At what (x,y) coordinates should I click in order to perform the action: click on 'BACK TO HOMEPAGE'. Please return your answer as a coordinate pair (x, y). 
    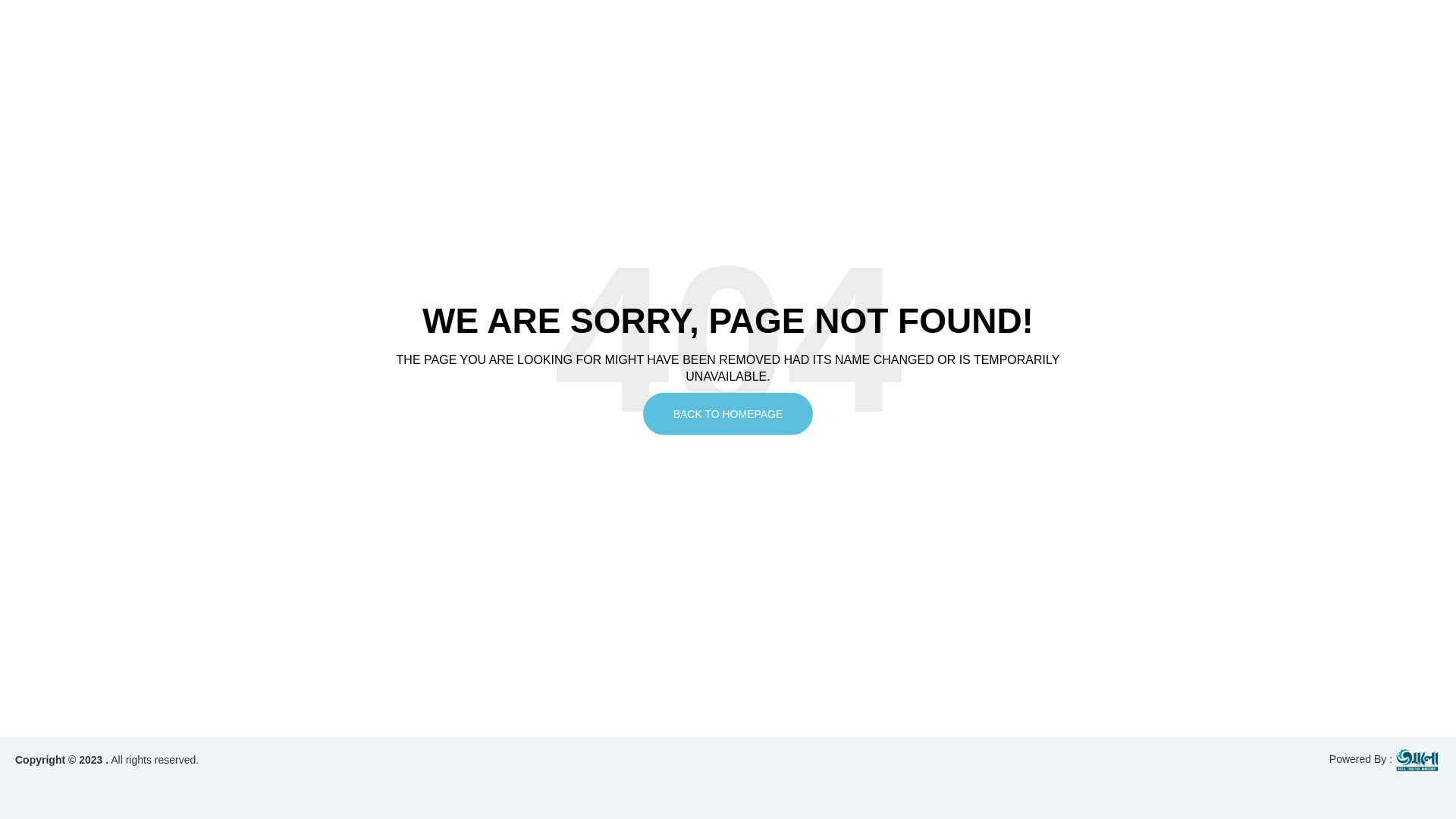
    Looking at the image, I should click on (728, 414).